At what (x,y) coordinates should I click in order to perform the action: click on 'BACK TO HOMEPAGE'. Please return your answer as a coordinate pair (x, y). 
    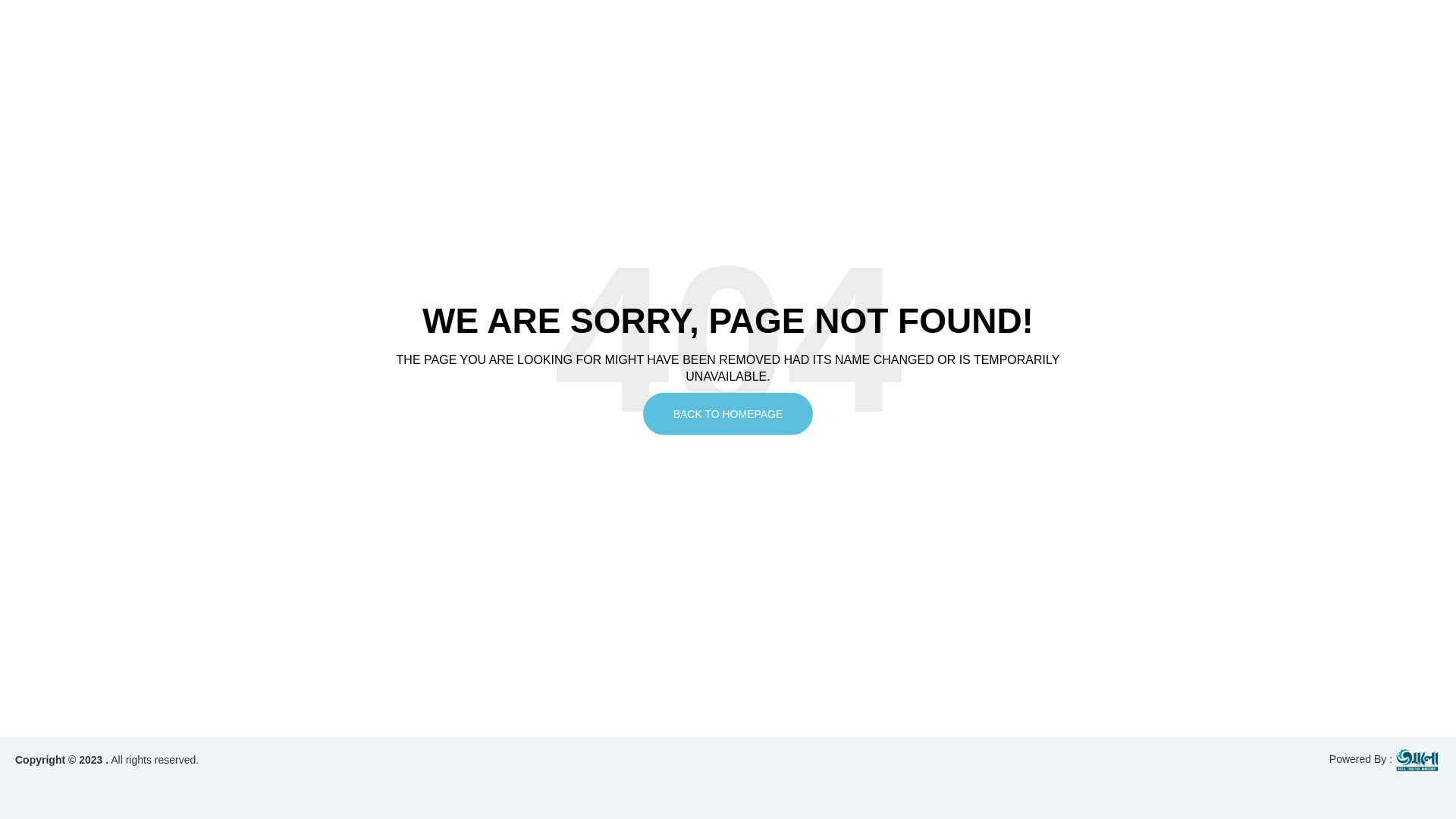
    Looking at the image, I should click on (728, 414).